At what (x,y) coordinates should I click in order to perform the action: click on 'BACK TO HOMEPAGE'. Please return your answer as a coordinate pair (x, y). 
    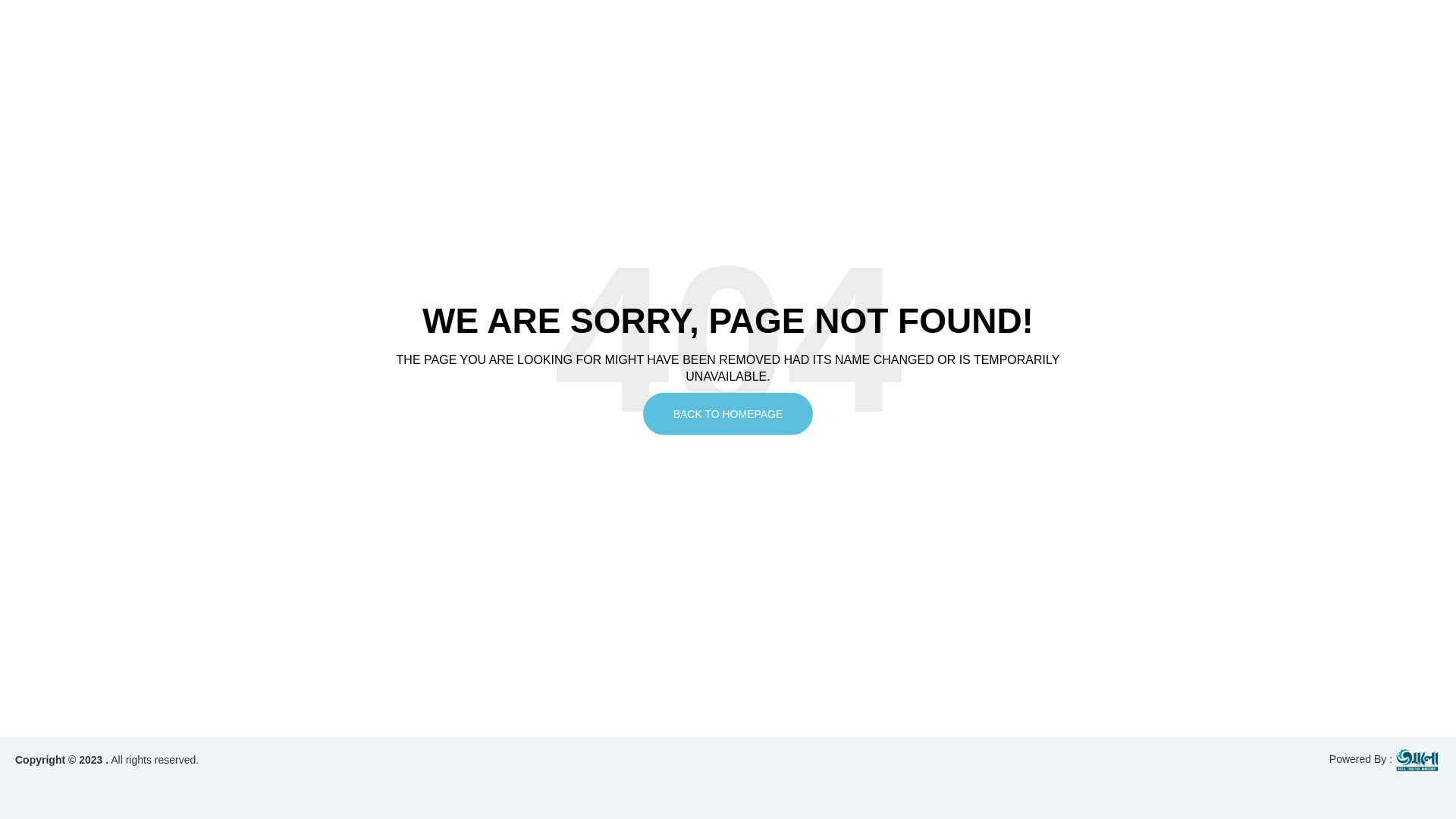
    Looking at the image, I should click on (728, 414).